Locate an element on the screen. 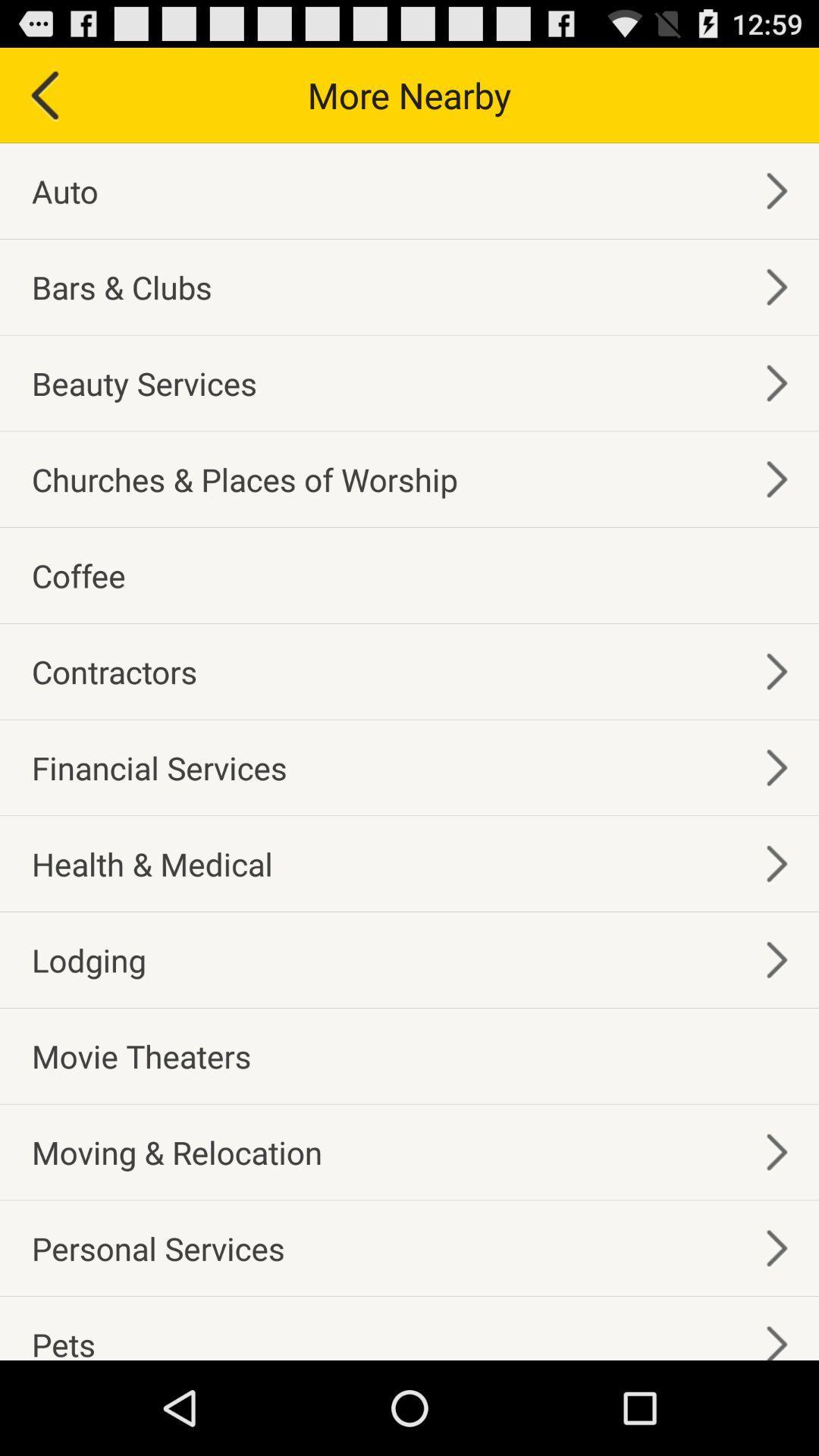 The width and height of the screenshot is (819, 1456). auto is located at coordinates (64, 190).